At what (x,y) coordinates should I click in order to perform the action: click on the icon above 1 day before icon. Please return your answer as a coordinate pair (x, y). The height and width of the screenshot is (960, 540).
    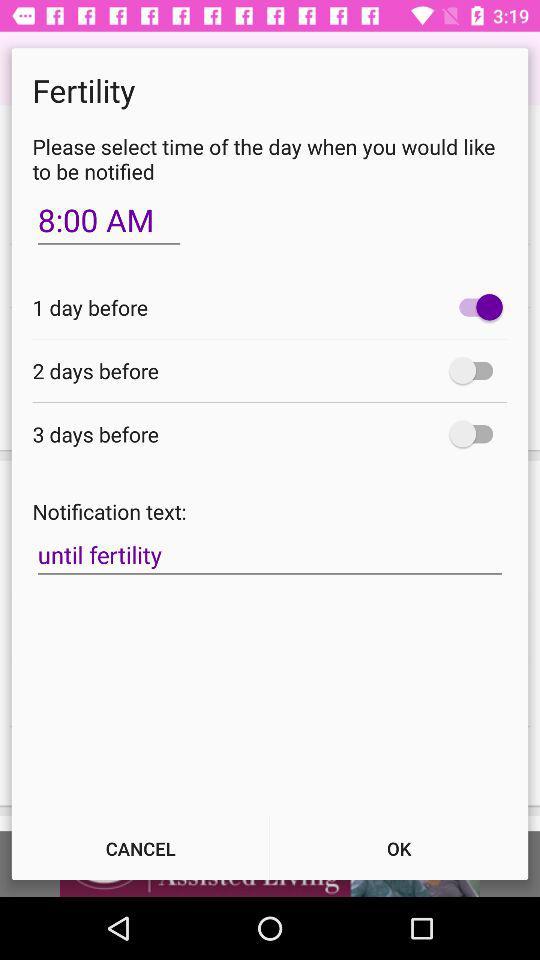
    Looking at the image, I should click on (109, 220).